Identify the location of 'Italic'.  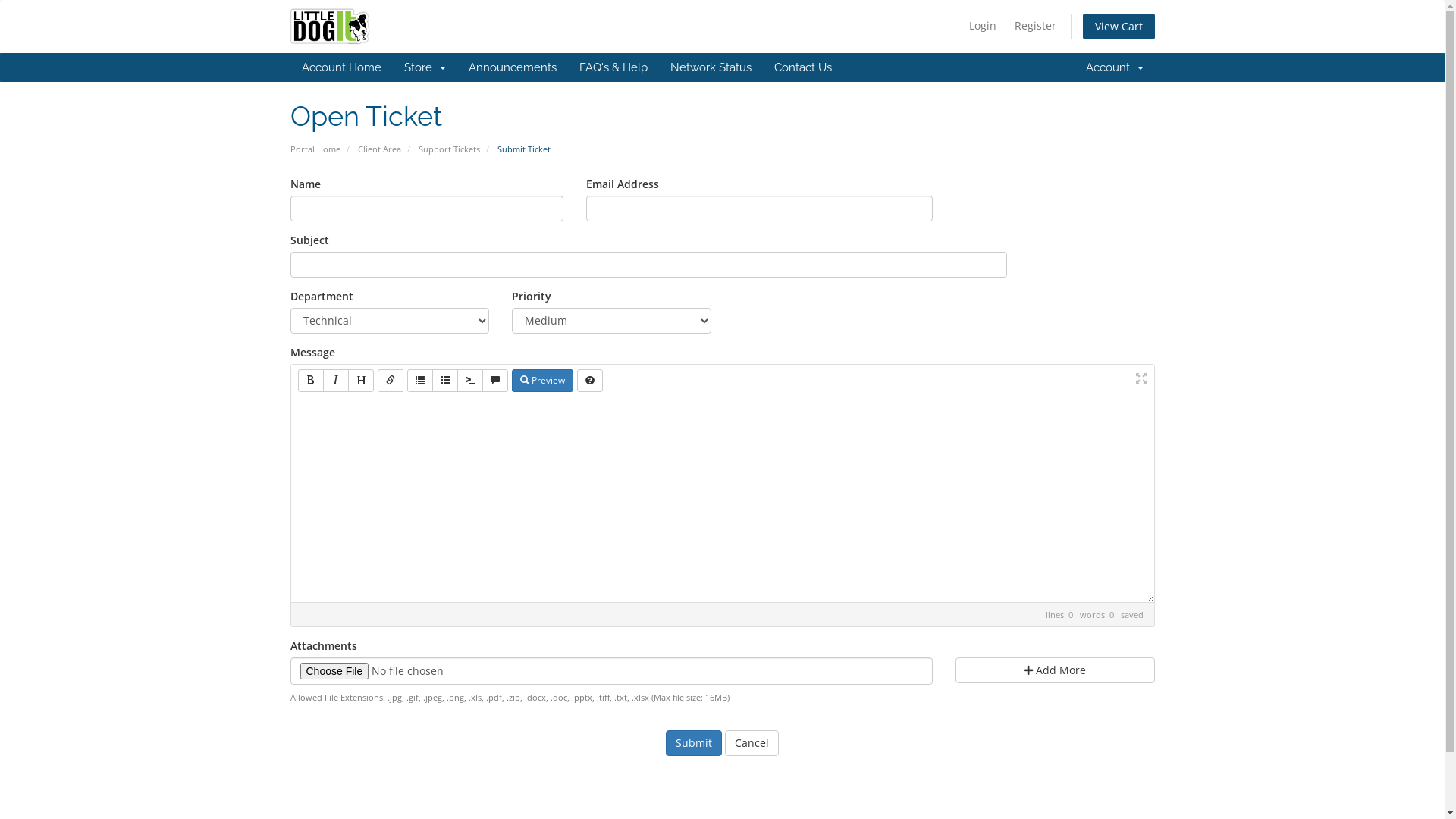
(334, 379).